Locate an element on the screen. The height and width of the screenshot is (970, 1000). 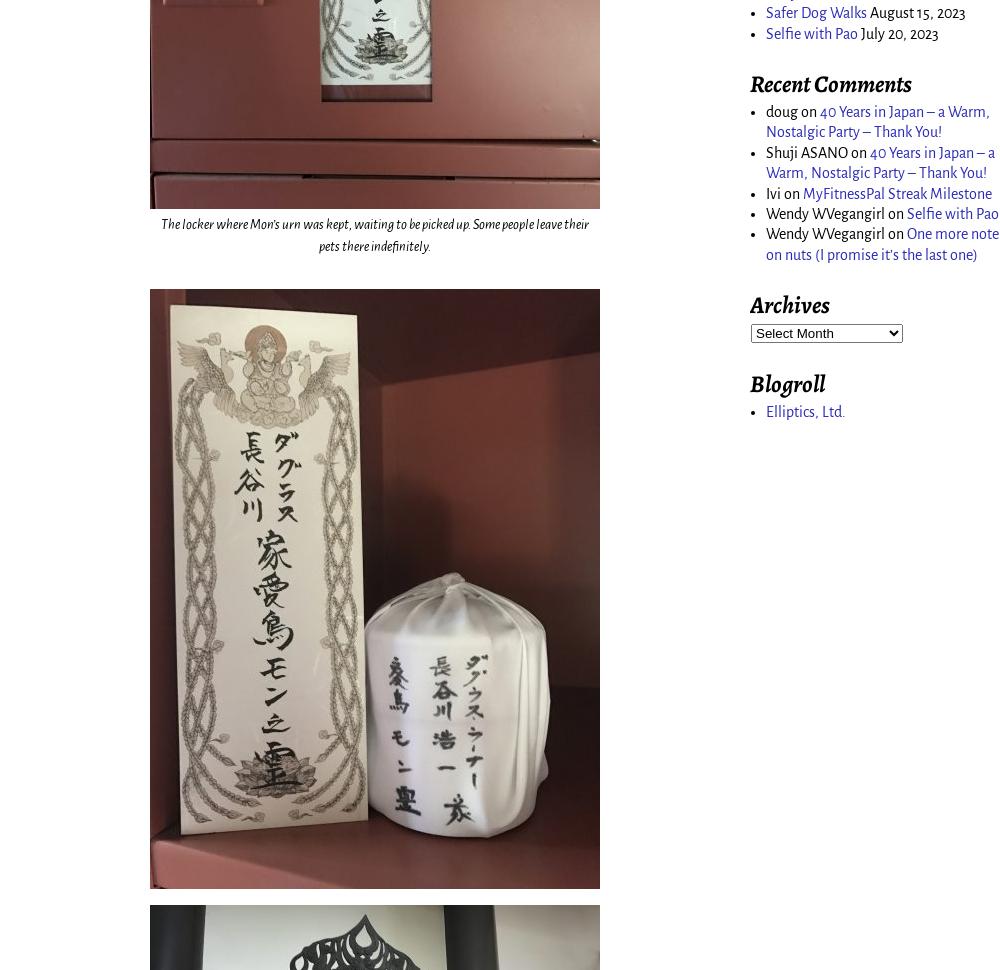
'July 20, 2023' is located at coordinates (900, 32).